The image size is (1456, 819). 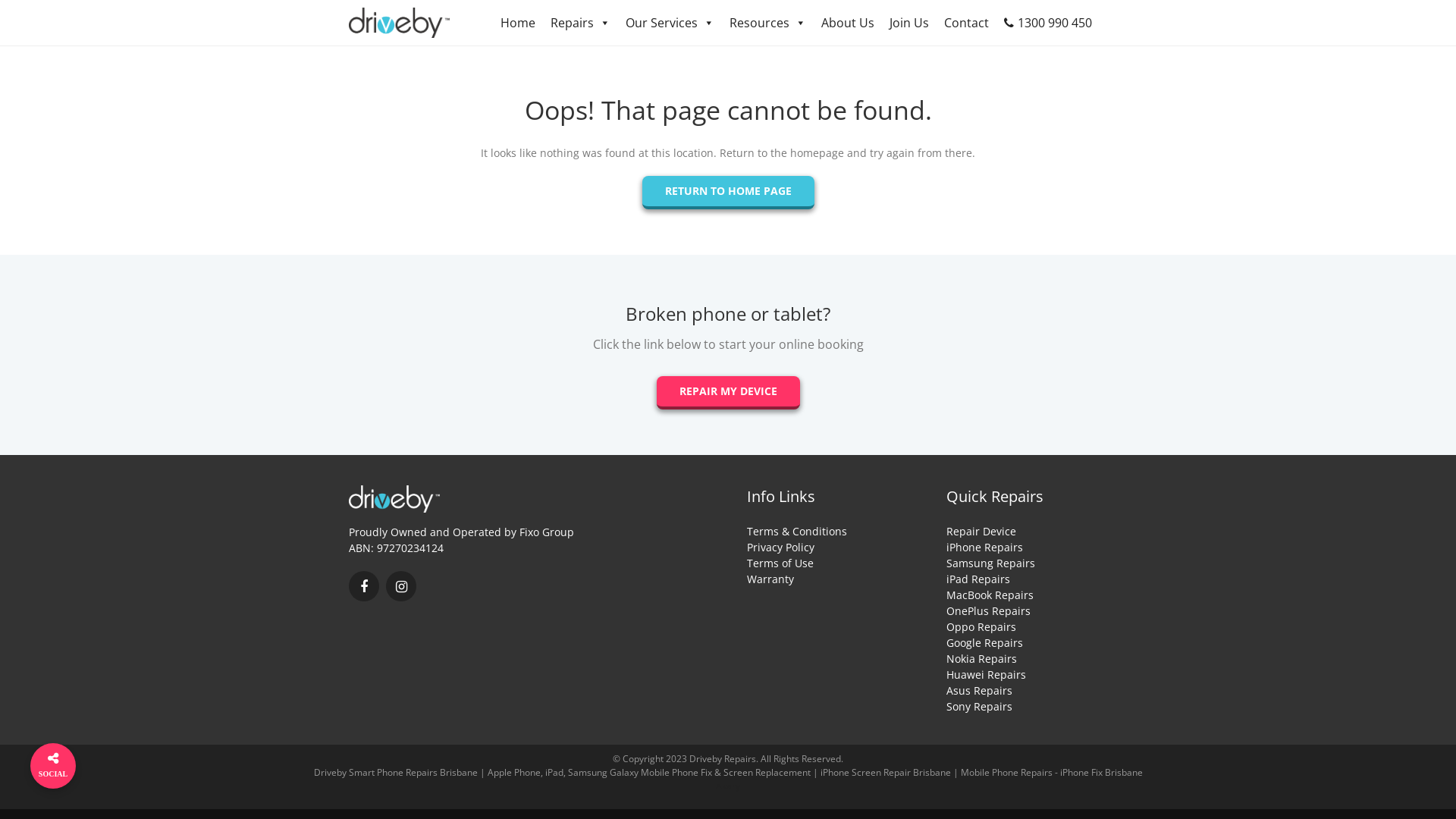 What do you see at coordinates (979, 706) in the screenshot?
I see `'Sony Repairs'` at bounding box center [979, 706].